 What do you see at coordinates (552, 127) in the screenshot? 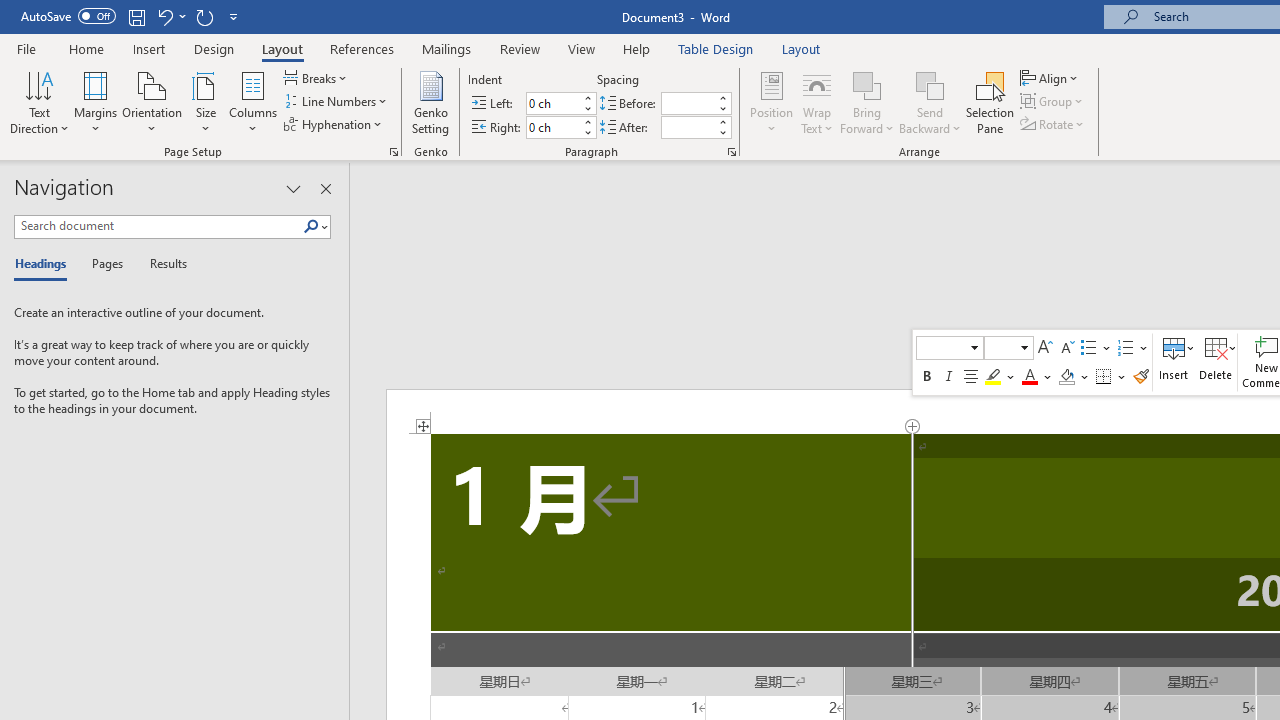
I see `'Indent Right'` at bounding box center [552, 127].